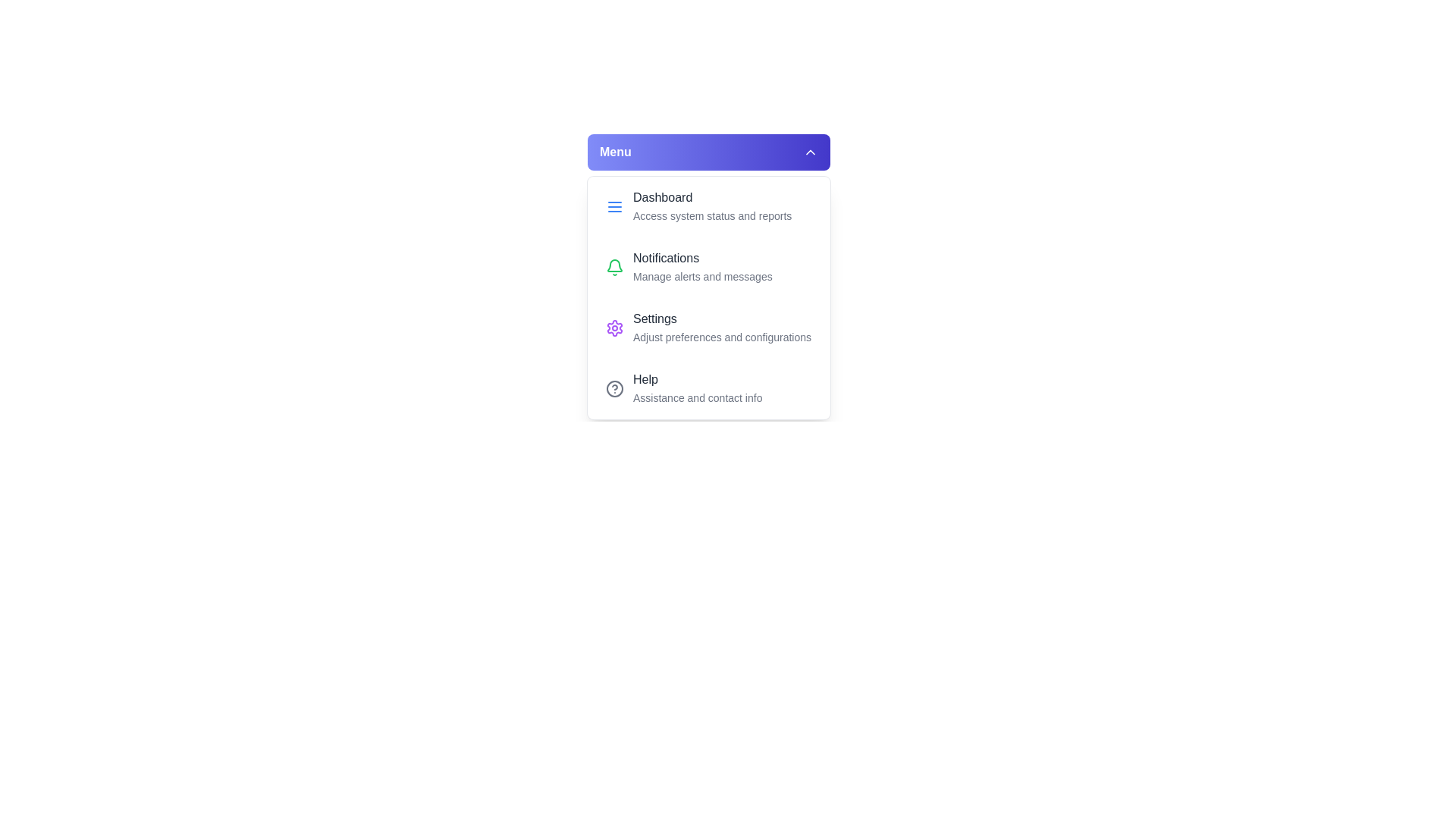  I want to click on the visual details of the 'Dashboard' icon located at the far left of the dropdown menu item group, preceding the textual label 'Dashboard', so click(615, 207).